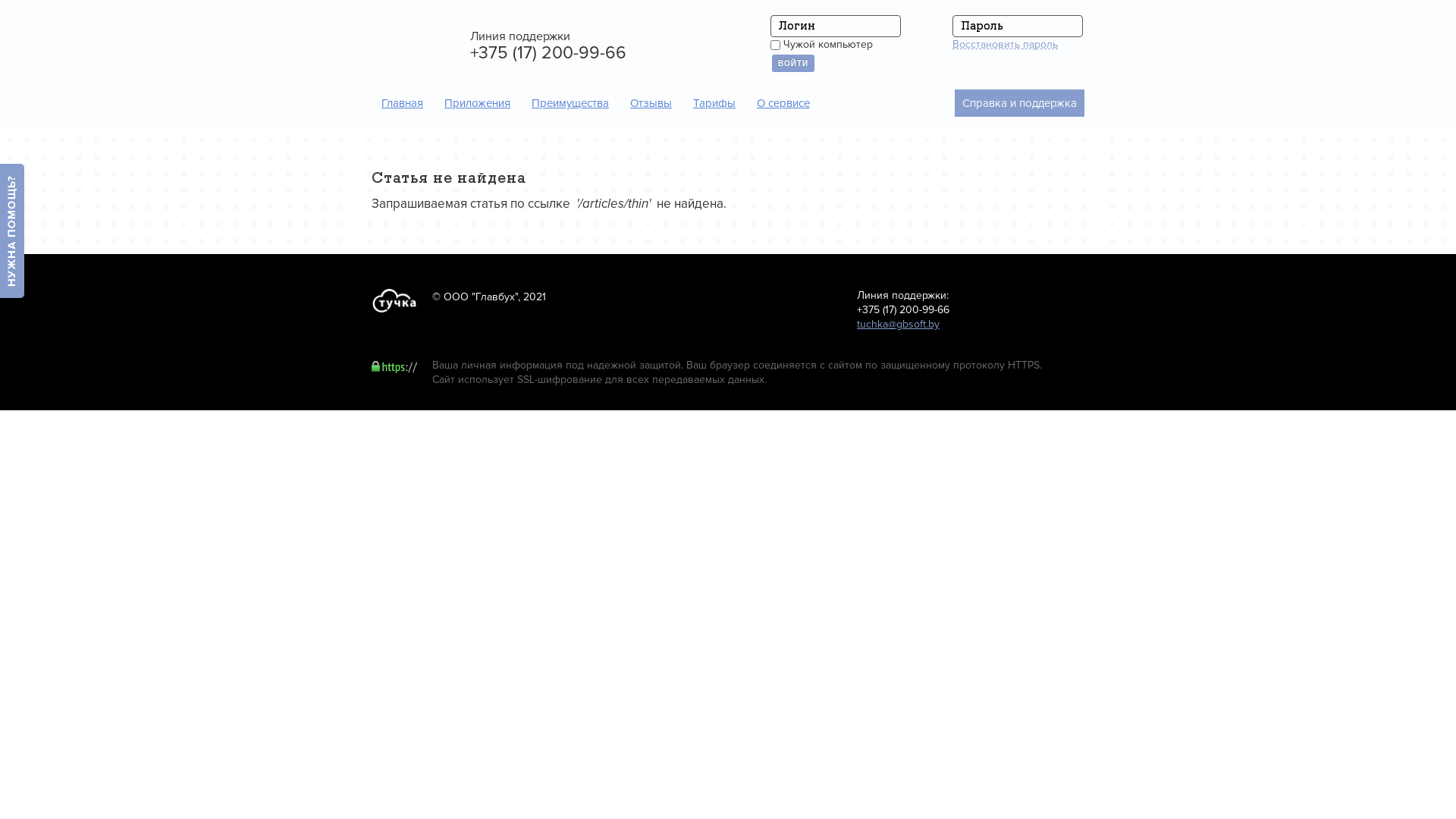  Describe the element at coordinates (898, 323) in the screenshot. I see `'tuchka@gbsoft.by'` at that location.